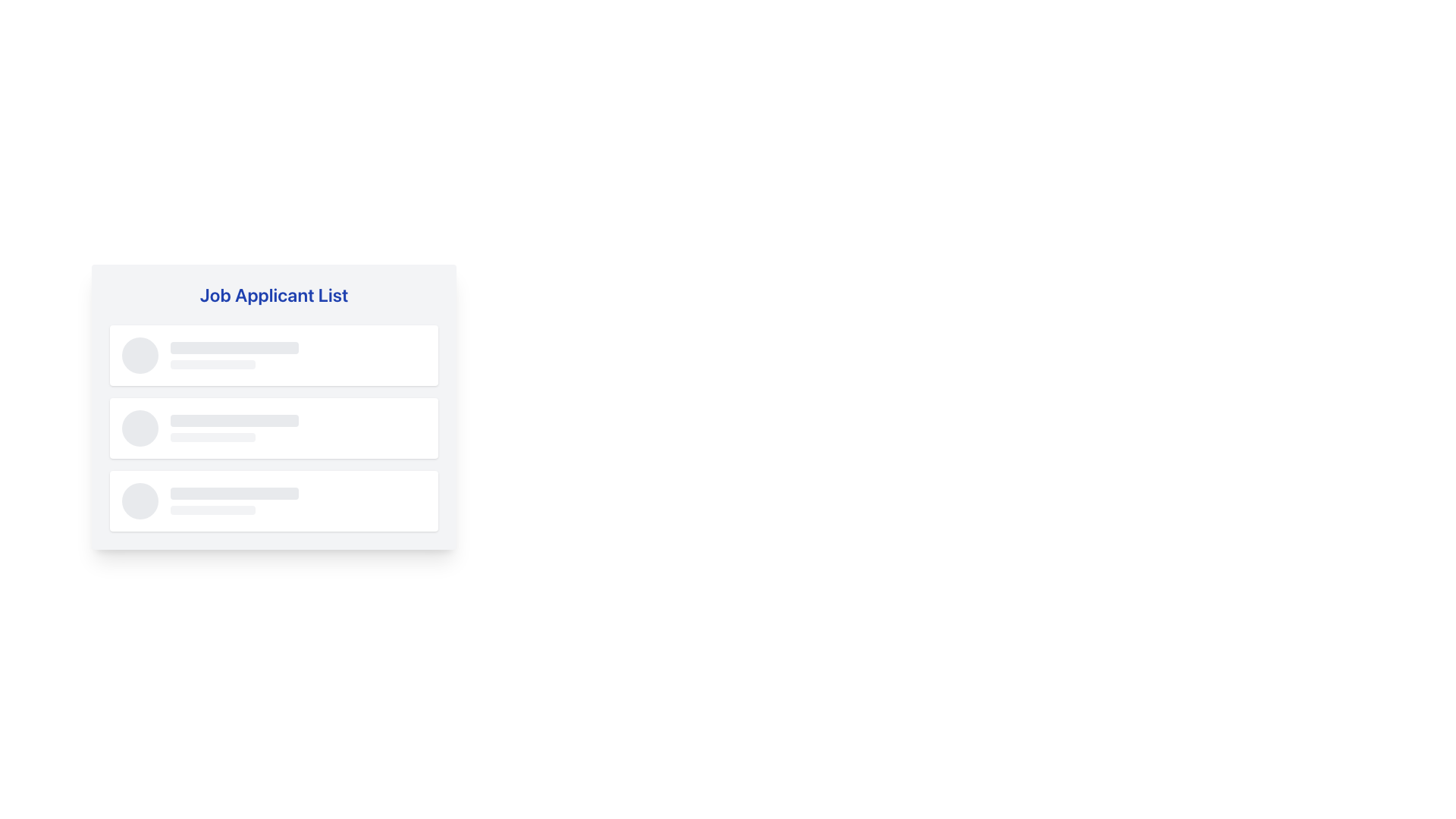 The height and width of the screenshot is (819, 1456). Describe the element at coordinates (274, 443) in the screenshot. I see `the individual rows within the 'Job Applicant List' component, which is a card-like layout with a title in blue bold font and circular image placeholders` at that location.